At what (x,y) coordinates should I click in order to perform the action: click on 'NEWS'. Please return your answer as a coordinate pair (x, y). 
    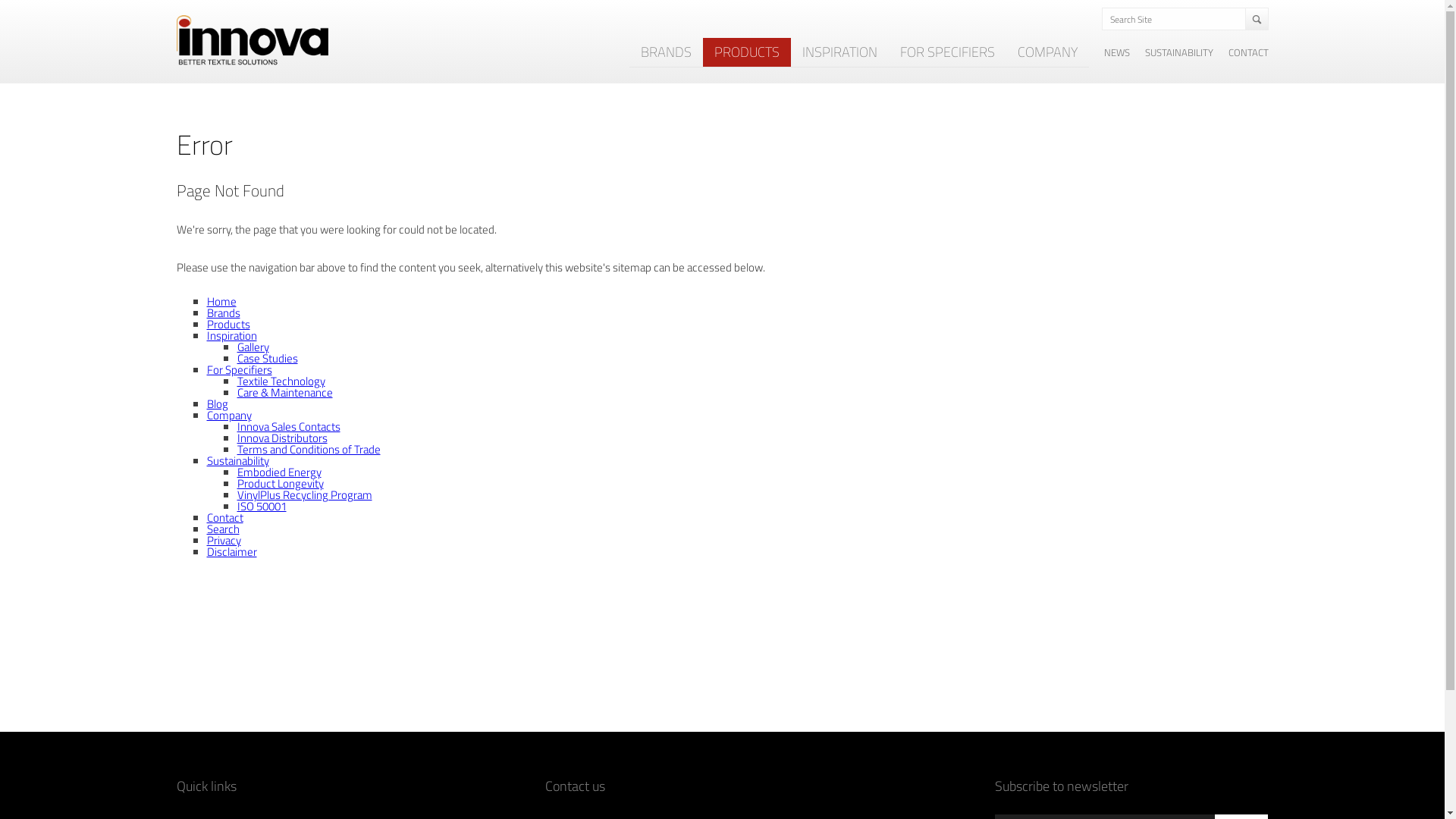
    Looking at the image, I should click on (1117, 52).